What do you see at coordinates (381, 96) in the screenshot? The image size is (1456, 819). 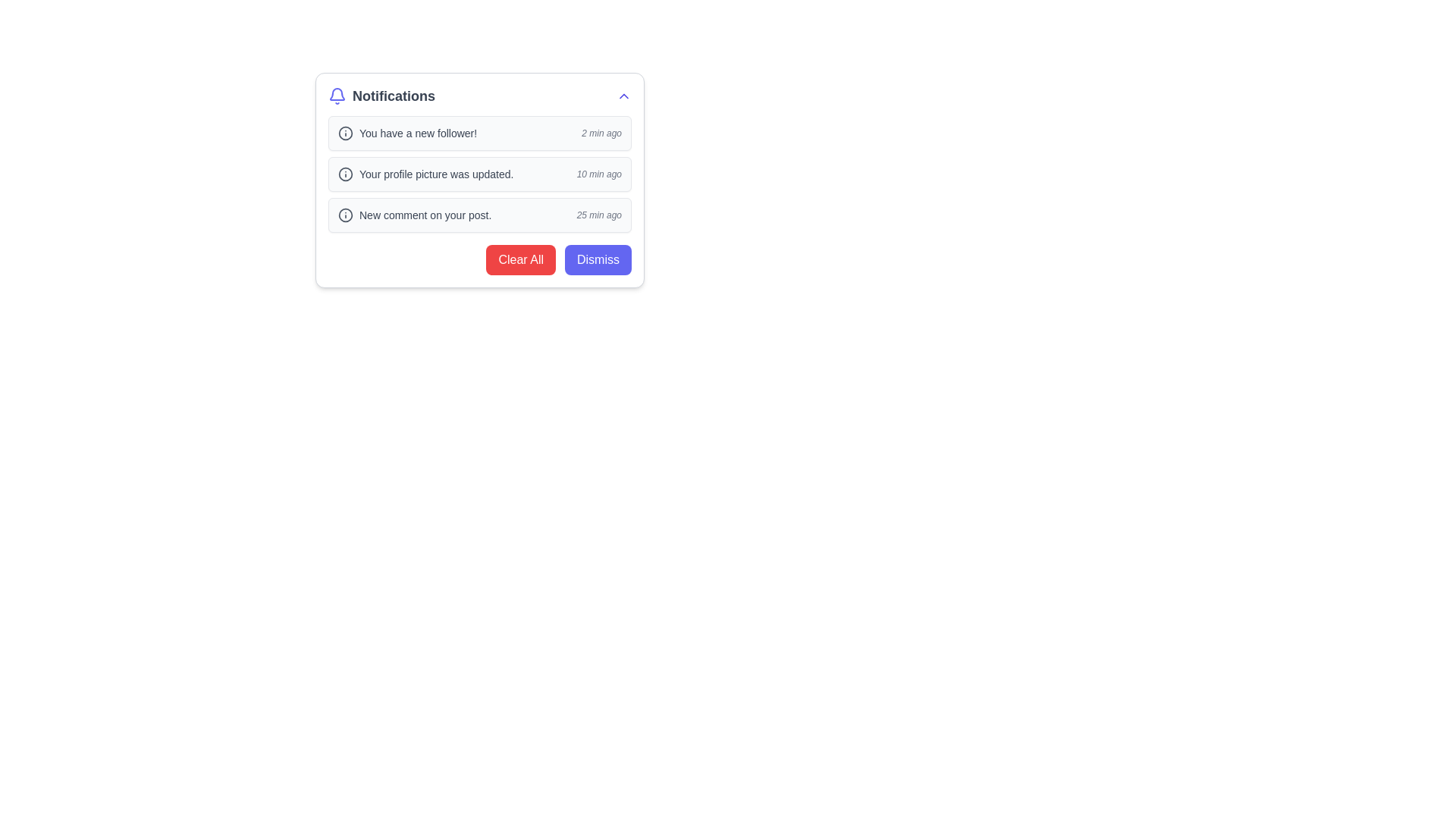 I see `the 'Notifications' label with a bell icon styled in indigo color, located near the top-left corner of the notifications section` at bounding box center [381, 96].